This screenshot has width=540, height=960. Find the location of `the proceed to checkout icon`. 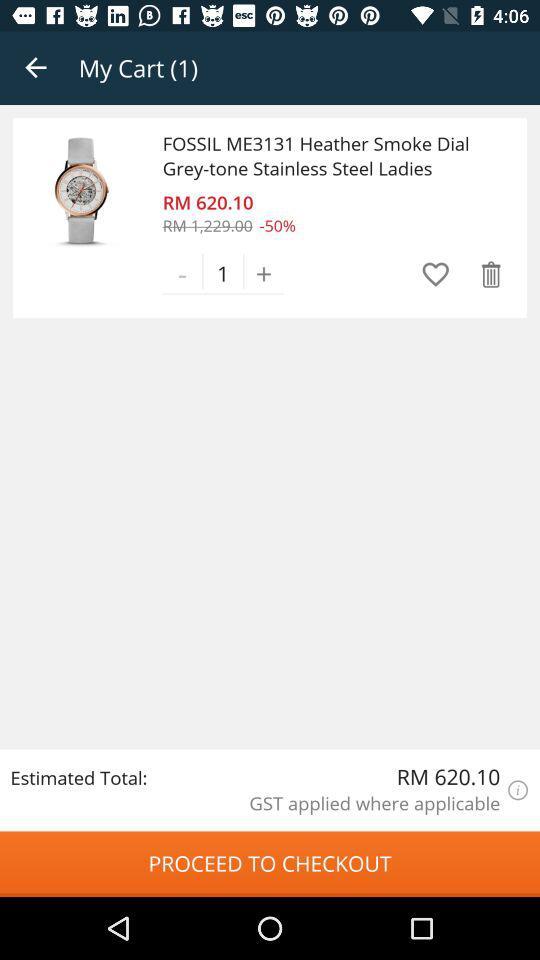

the proceed to checkout icon is located at coordinates (270, 863).